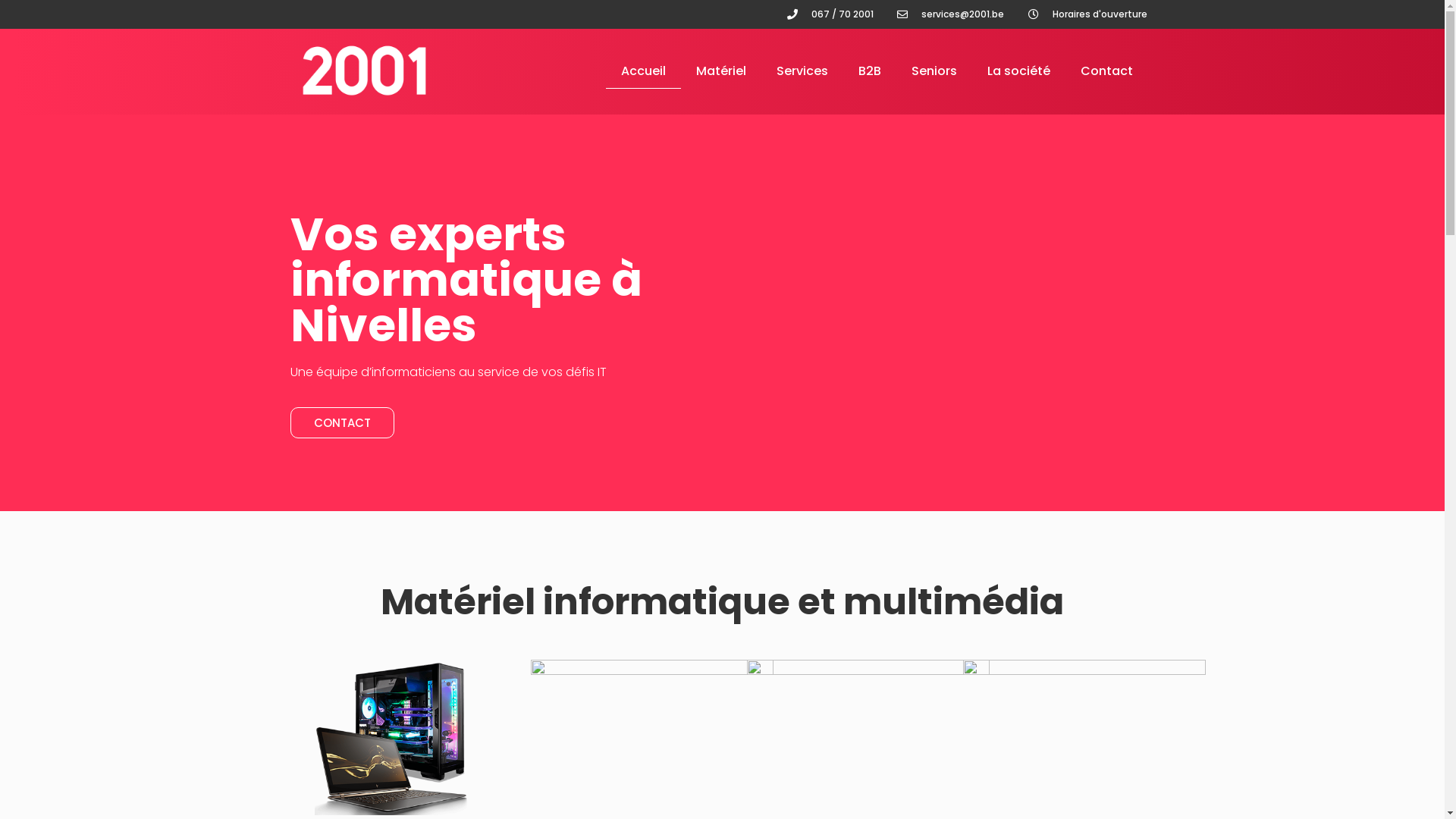  I want to click on 'Accueil', so click(643, 71).